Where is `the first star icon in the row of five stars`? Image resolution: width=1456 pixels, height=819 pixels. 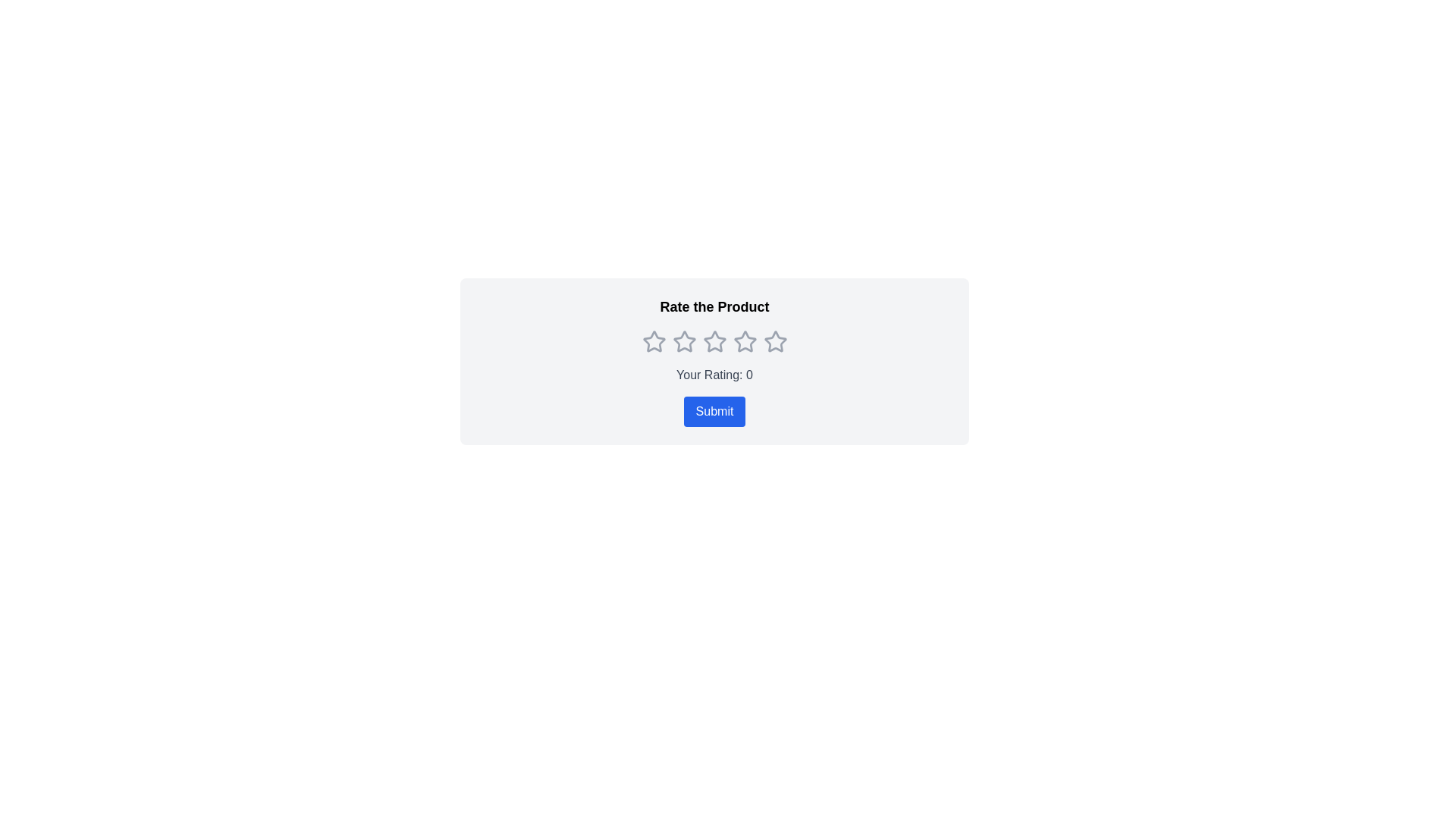
the first star icon in the row of five stars is located at coordinates (654, 341).